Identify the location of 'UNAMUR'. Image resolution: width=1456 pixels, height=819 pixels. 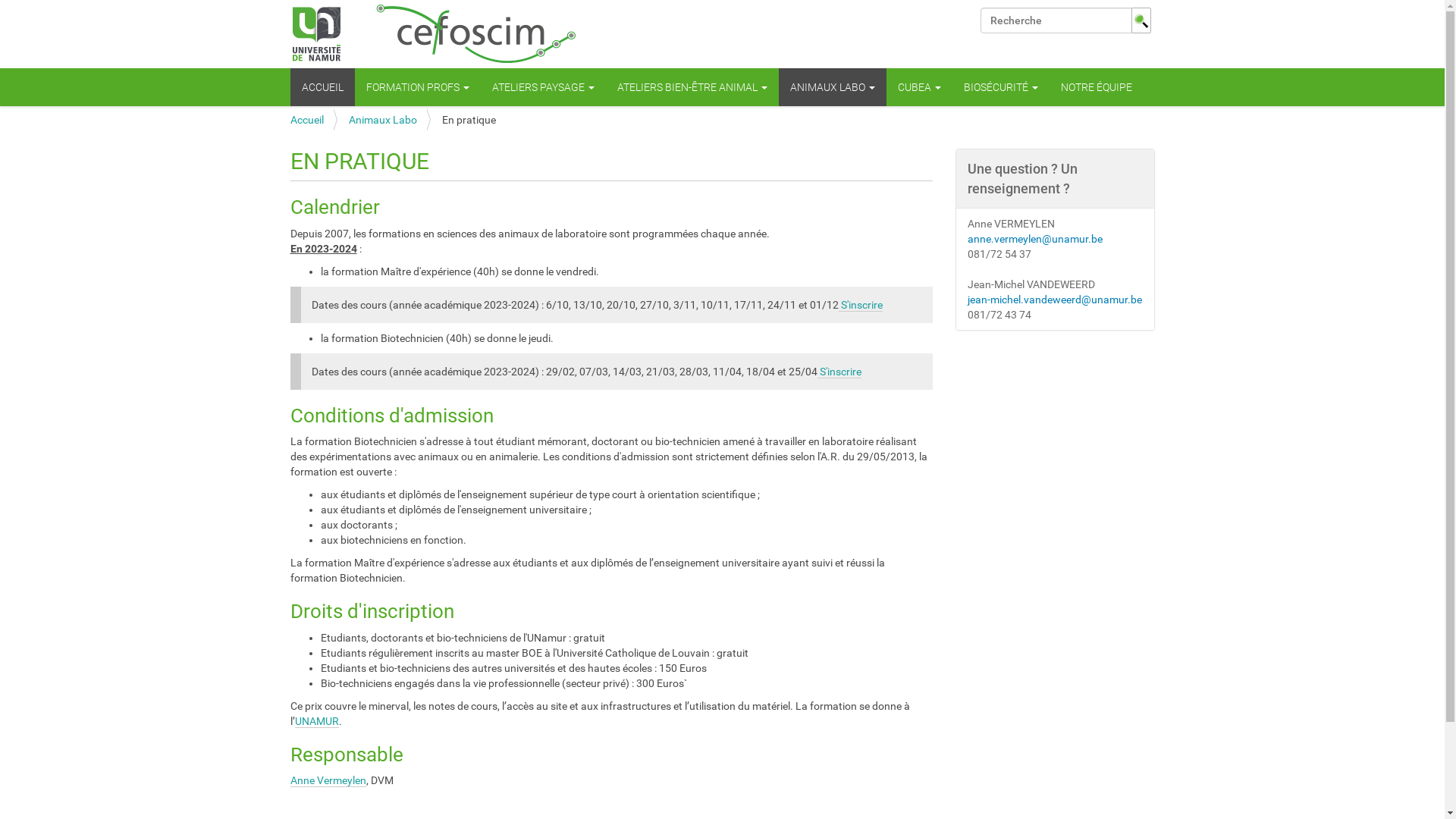
(315, 720).